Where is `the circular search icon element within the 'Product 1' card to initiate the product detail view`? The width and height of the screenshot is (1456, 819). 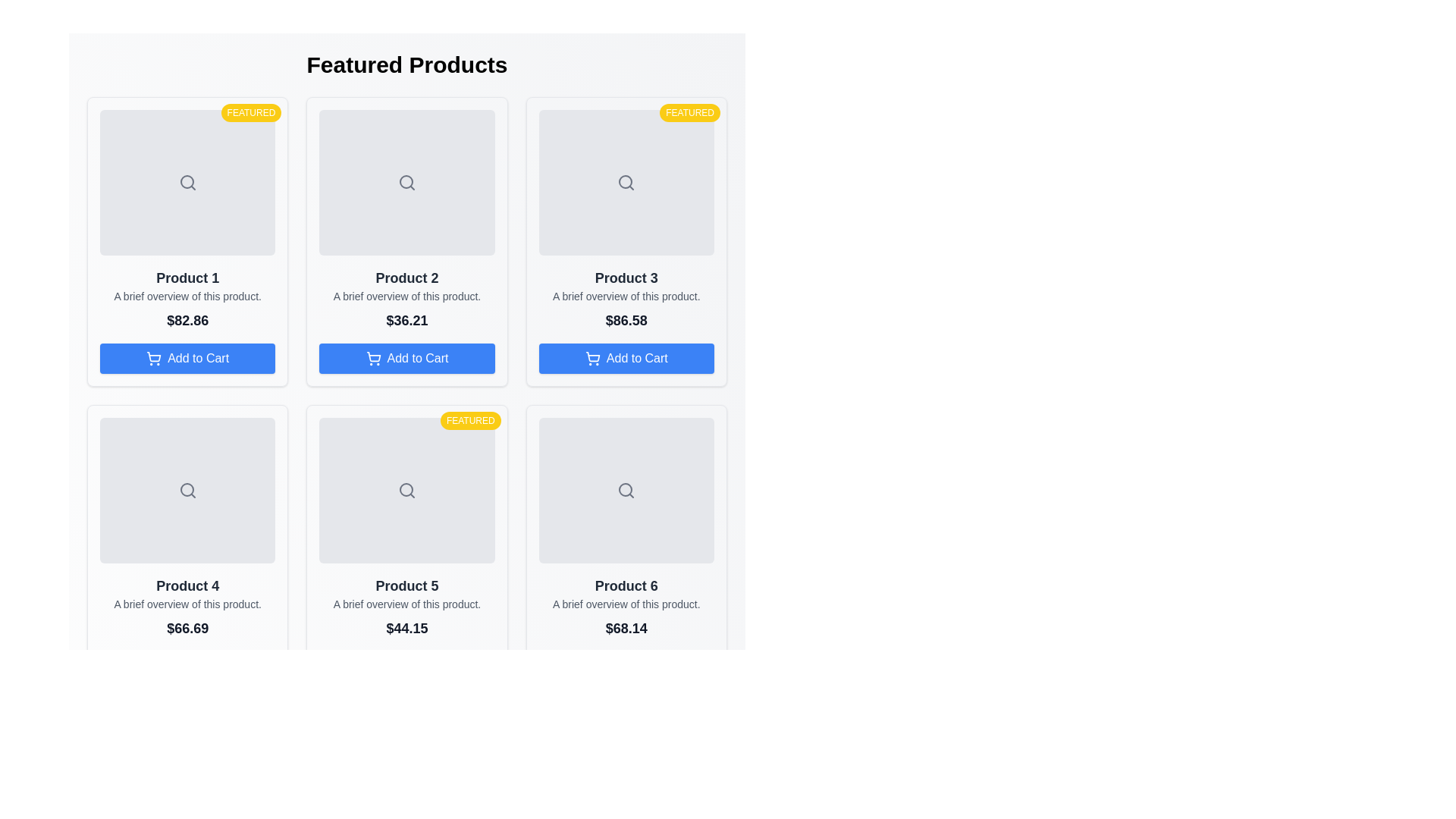 the circular search icon element within the 'Product 1' card to initiate the product detail view is located at coordinates (186, 180).